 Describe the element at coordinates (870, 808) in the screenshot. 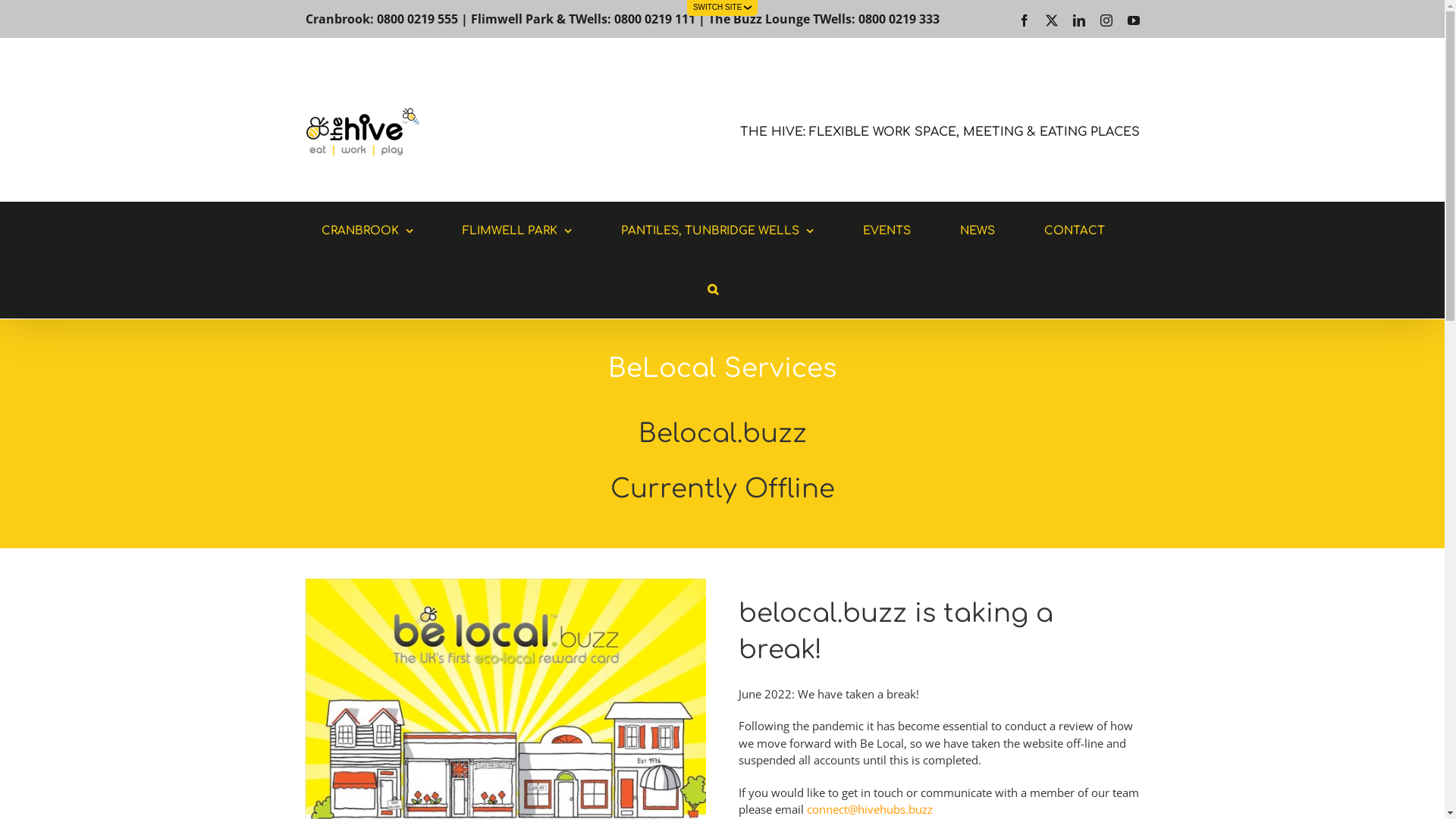

I see `'connect@hivehubs.buzz'` at that location.